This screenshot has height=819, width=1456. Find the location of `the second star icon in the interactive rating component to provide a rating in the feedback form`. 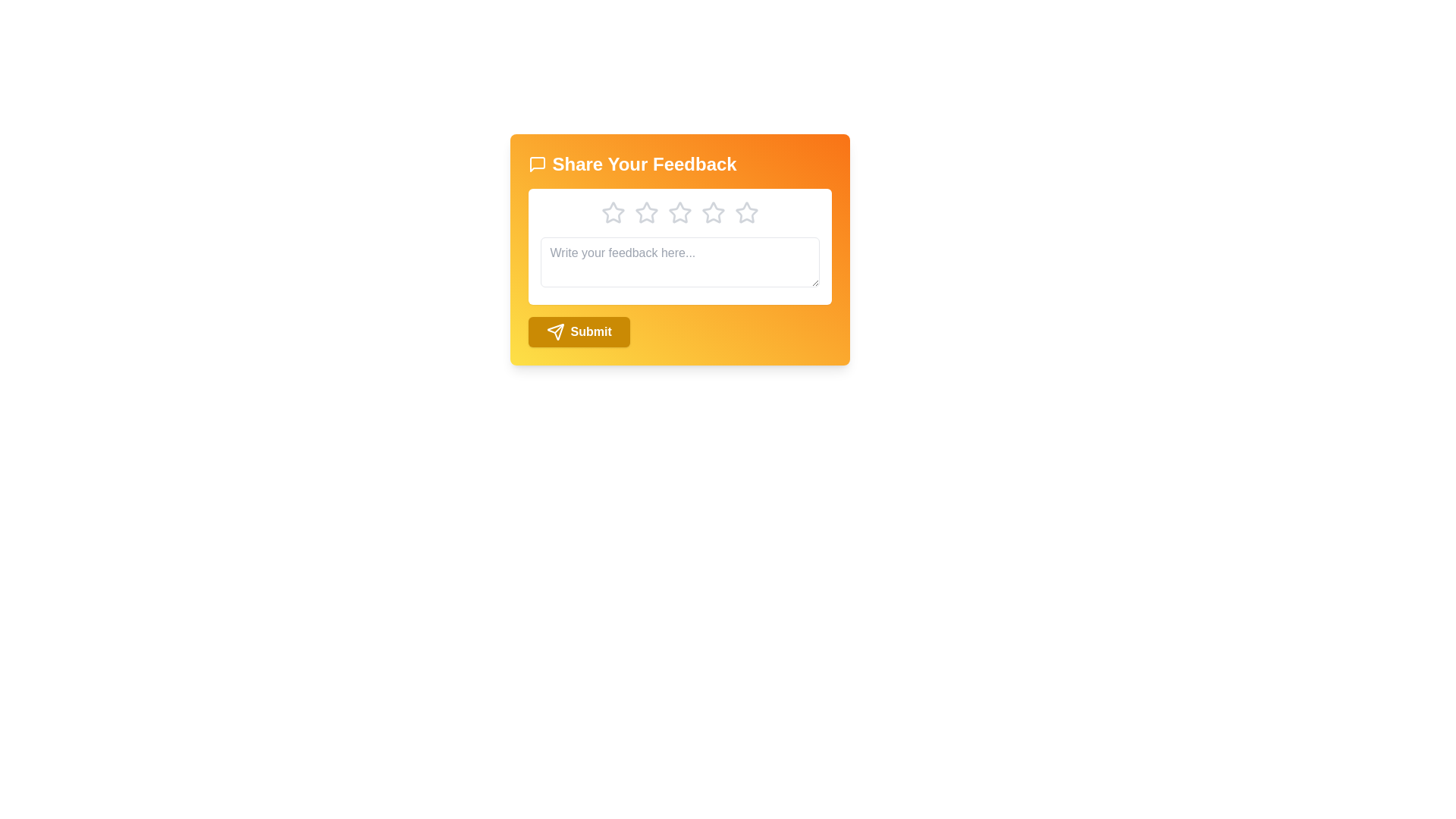

the second star icon in the interactive rating component to provide a rating in the feedback form is located at coordinates (646, 212).